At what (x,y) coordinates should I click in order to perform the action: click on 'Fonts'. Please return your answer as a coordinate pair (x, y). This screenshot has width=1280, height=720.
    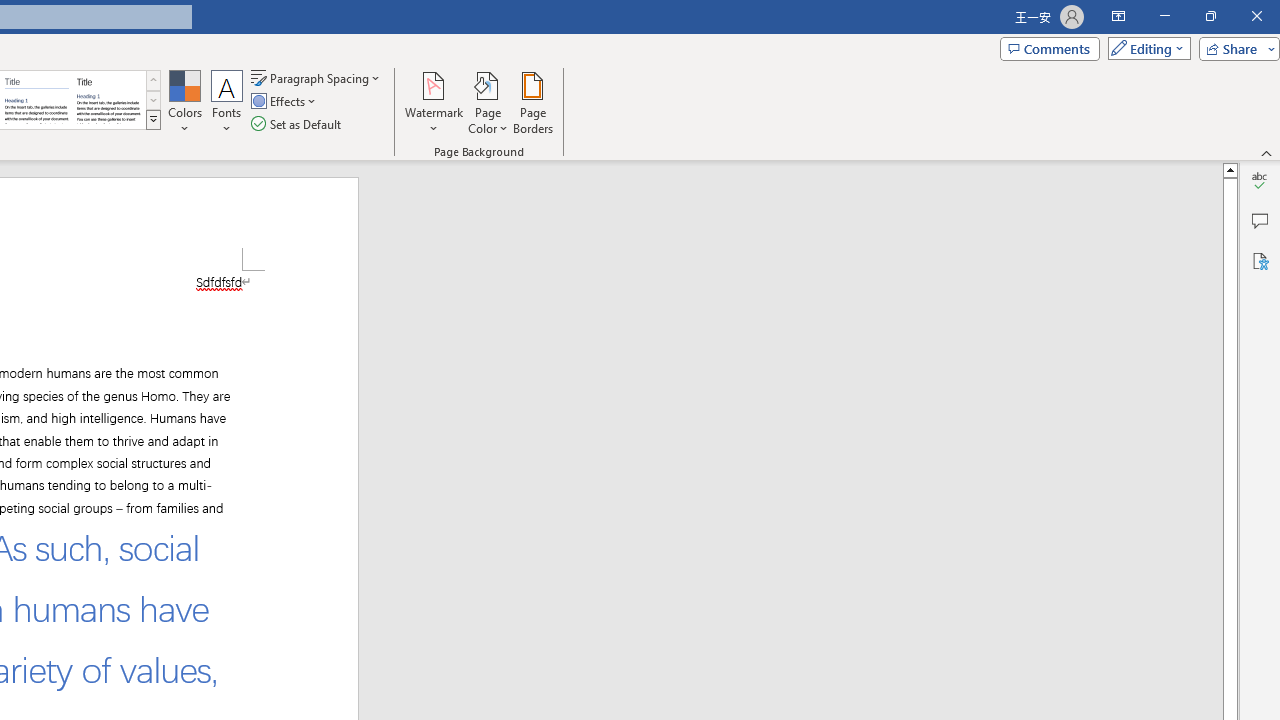
    Looking at the image, I should click on (227, 103).